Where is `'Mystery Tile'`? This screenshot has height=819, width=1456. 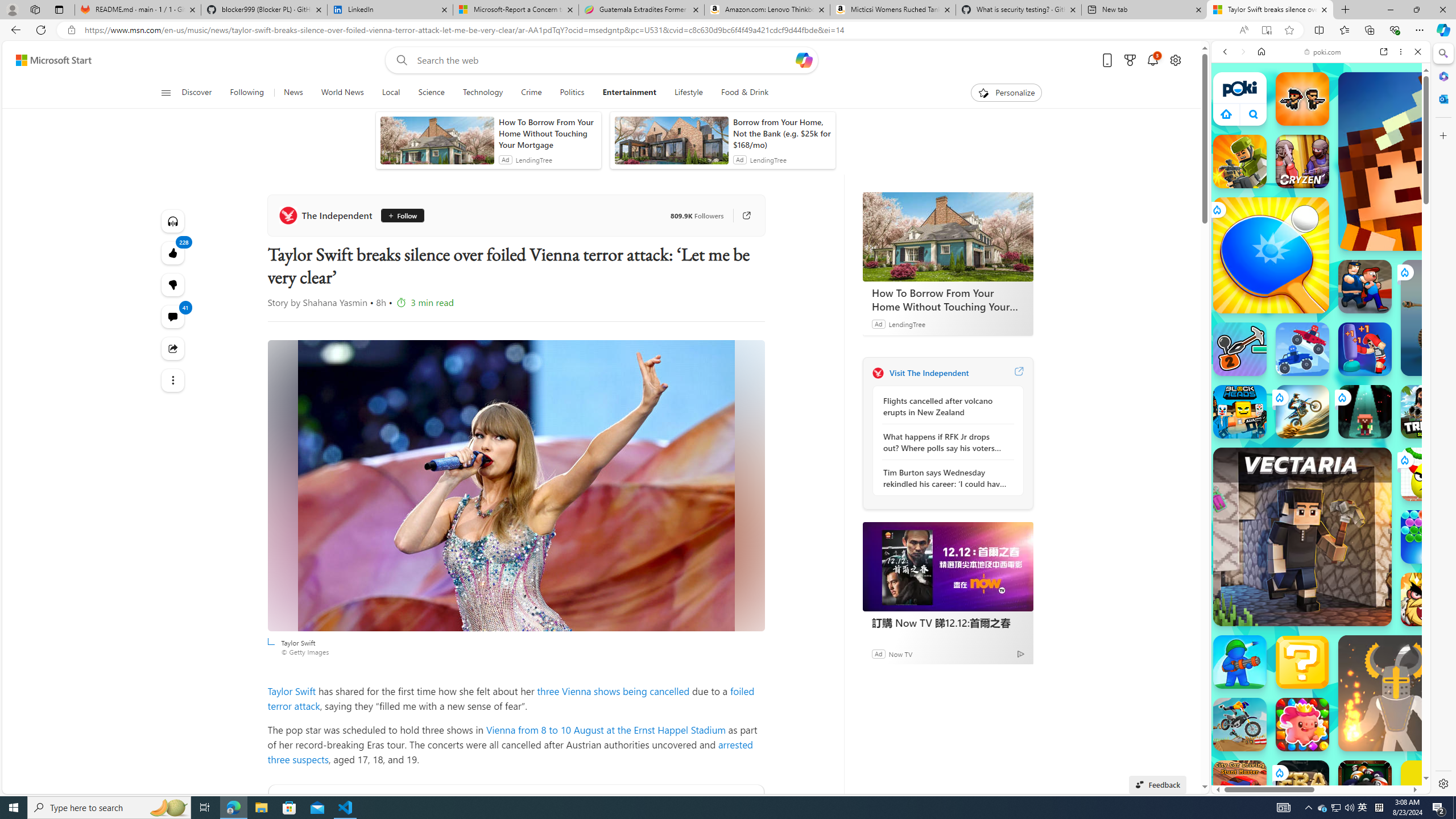
'Mystery Tile' is located at coordinates (1301, 662).